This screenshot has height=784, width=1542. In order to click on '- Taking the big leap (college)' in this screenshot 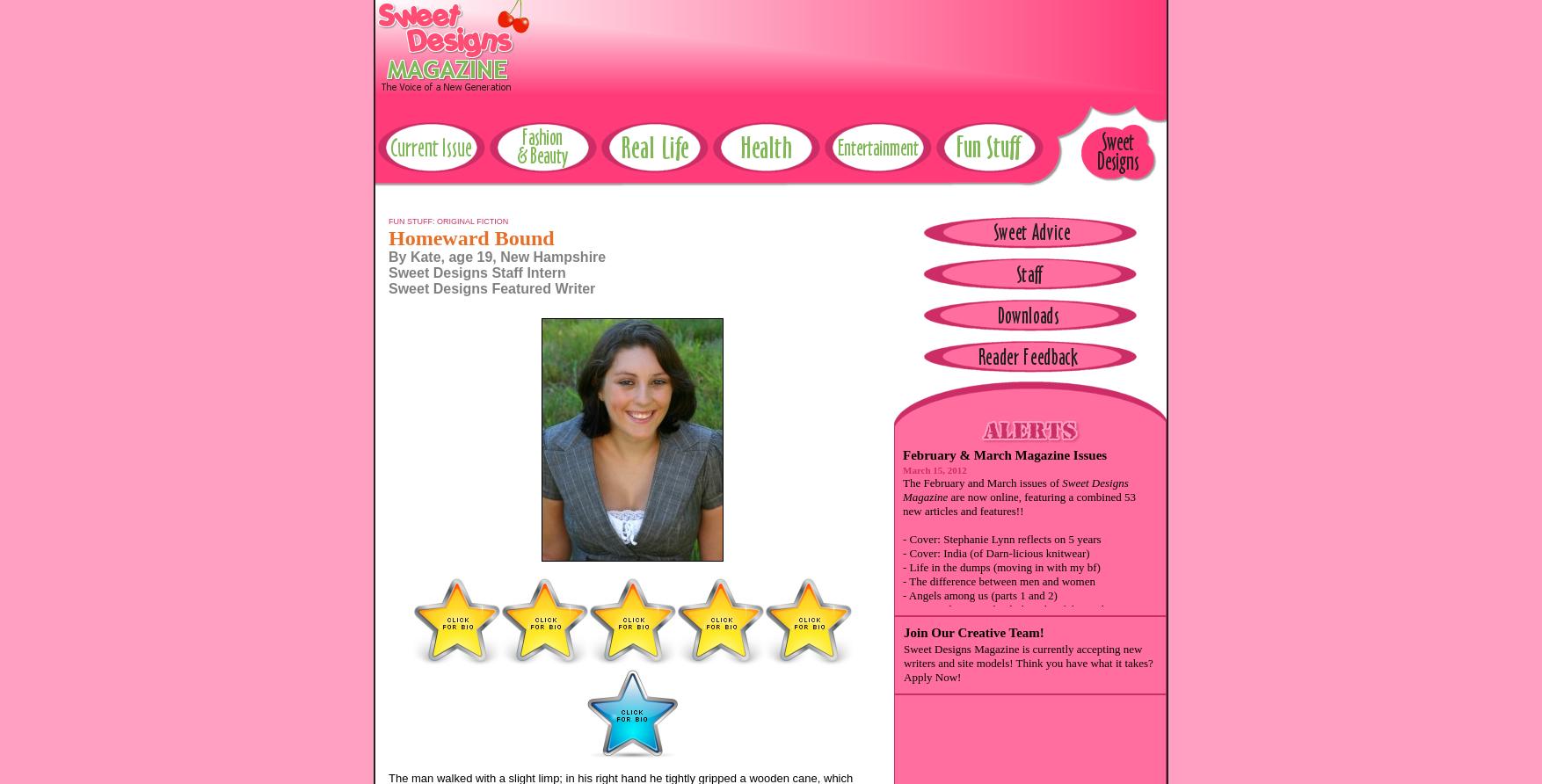, I will do `click(971, 679)`.